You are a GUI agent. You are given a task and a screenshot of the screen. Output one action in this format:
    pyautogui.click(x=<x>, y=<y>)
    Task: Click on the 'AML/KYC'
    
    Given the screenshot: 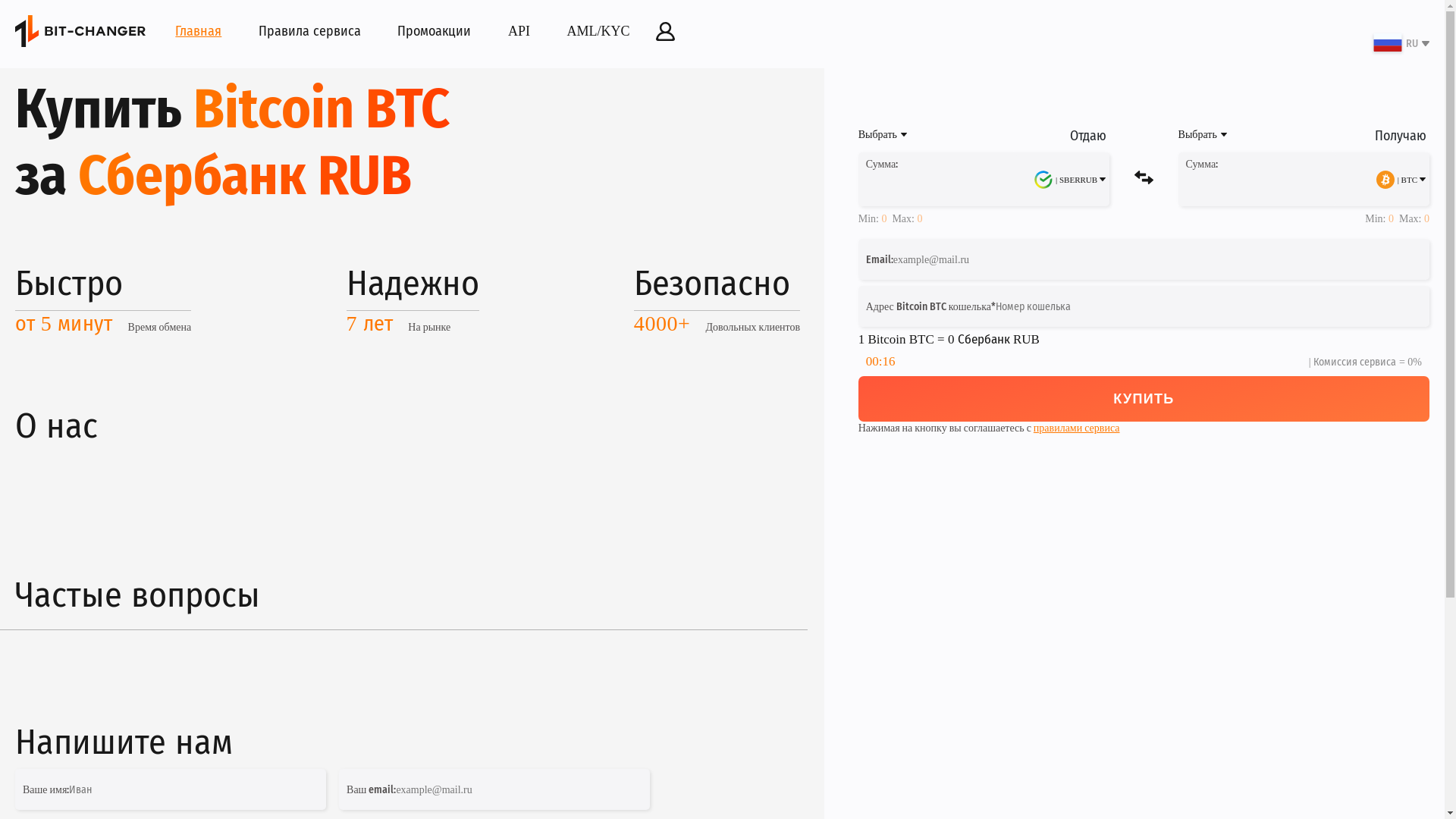 What is the action you would take?
    pyautogui.click(x=598, y=31)
    